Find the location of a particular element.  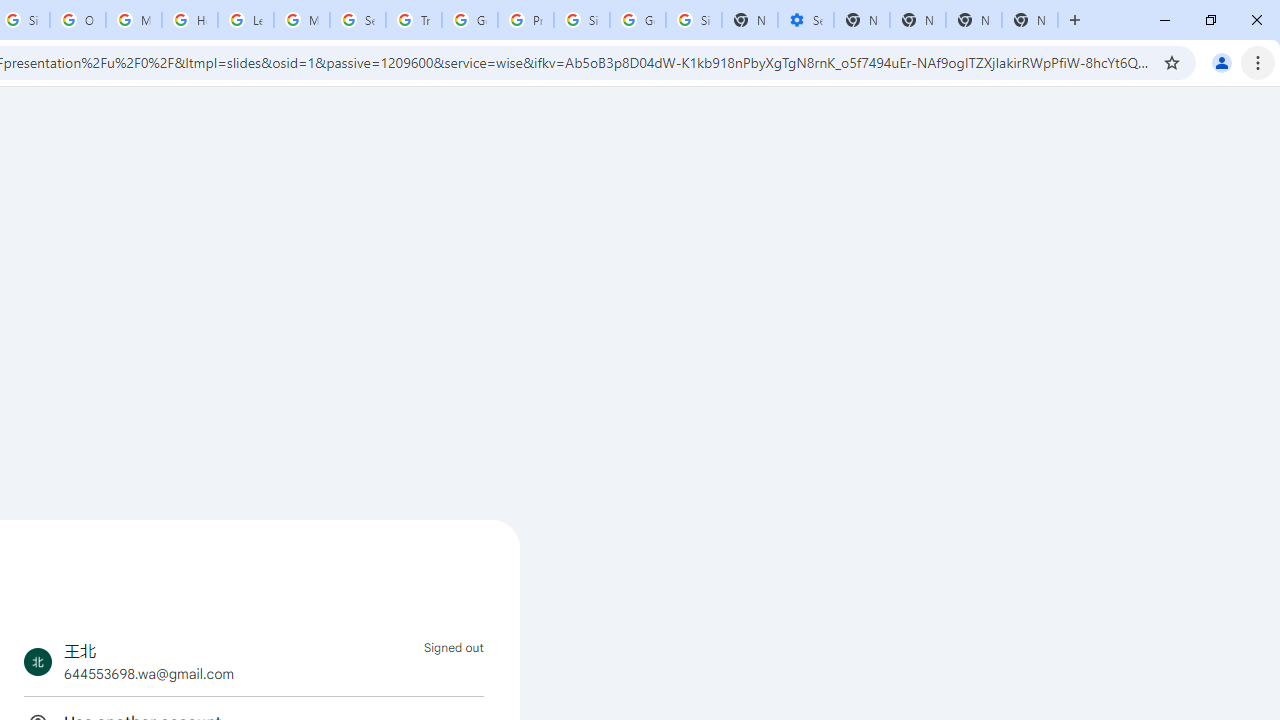

'Google Ads - Sign in' is located at coordinates (468, 20).